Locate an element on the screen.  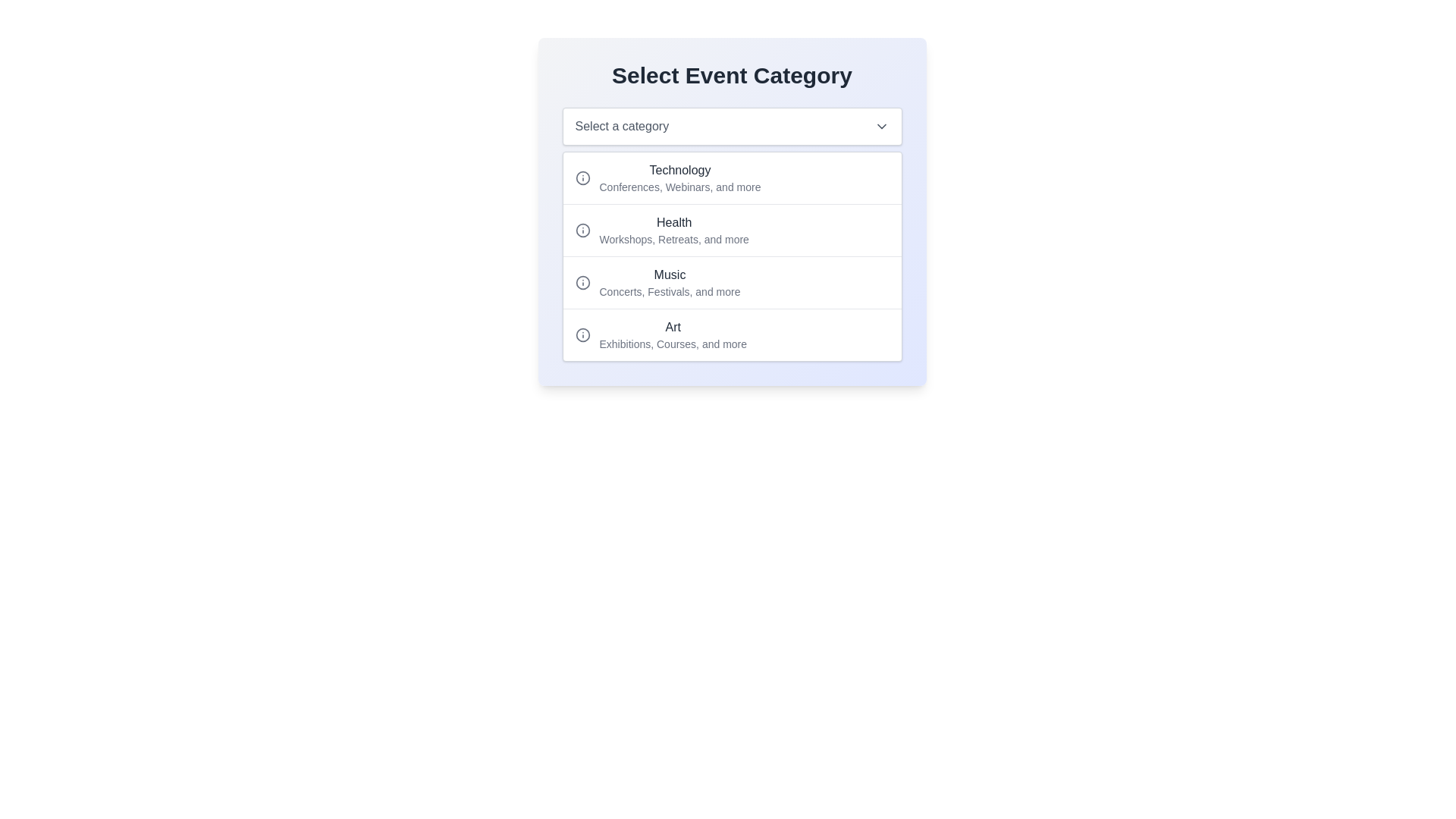
the circular gray icon located to the left of the 'Art' text in the fourth entry of the event categories list under 'Select Event Category' is located at coordinates (582, 334).